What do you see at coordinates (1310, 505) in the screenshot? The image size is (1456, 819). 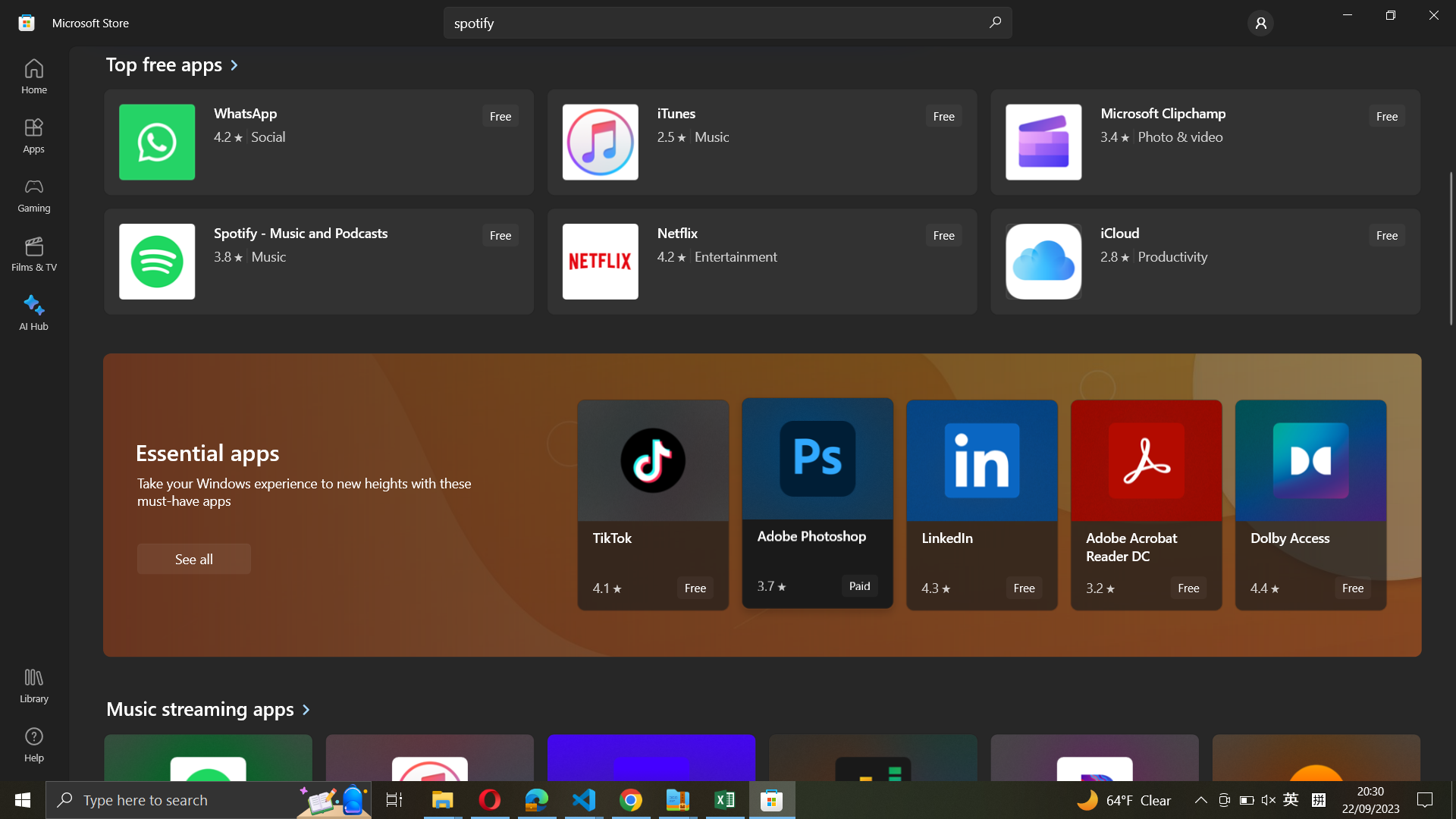 I see `Execute Dolby Access software` at bounding box center [1310, 505].